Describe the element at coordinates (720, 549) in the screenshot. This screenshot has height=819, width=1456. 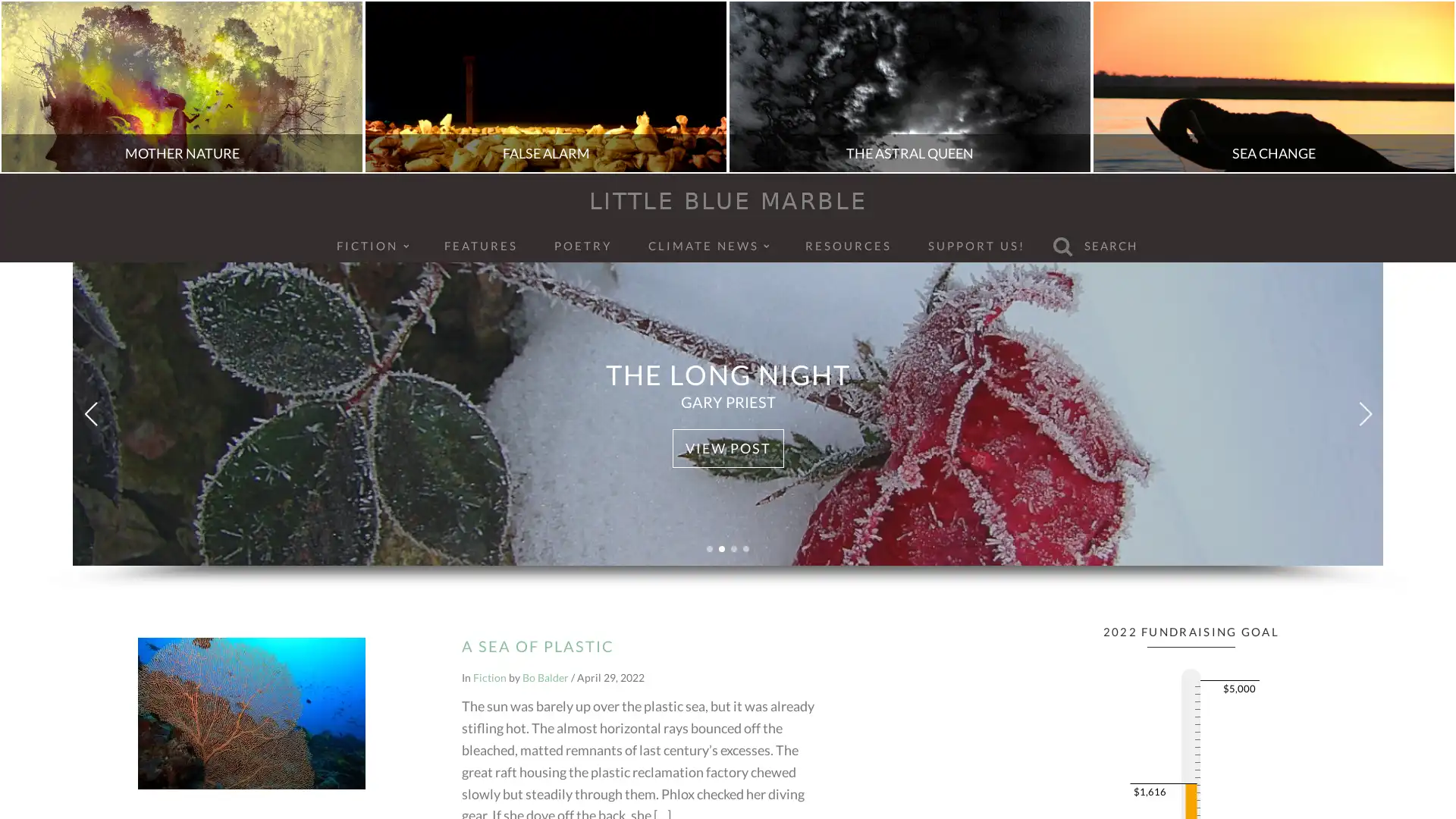
I see `Go to slide 2` at that location.